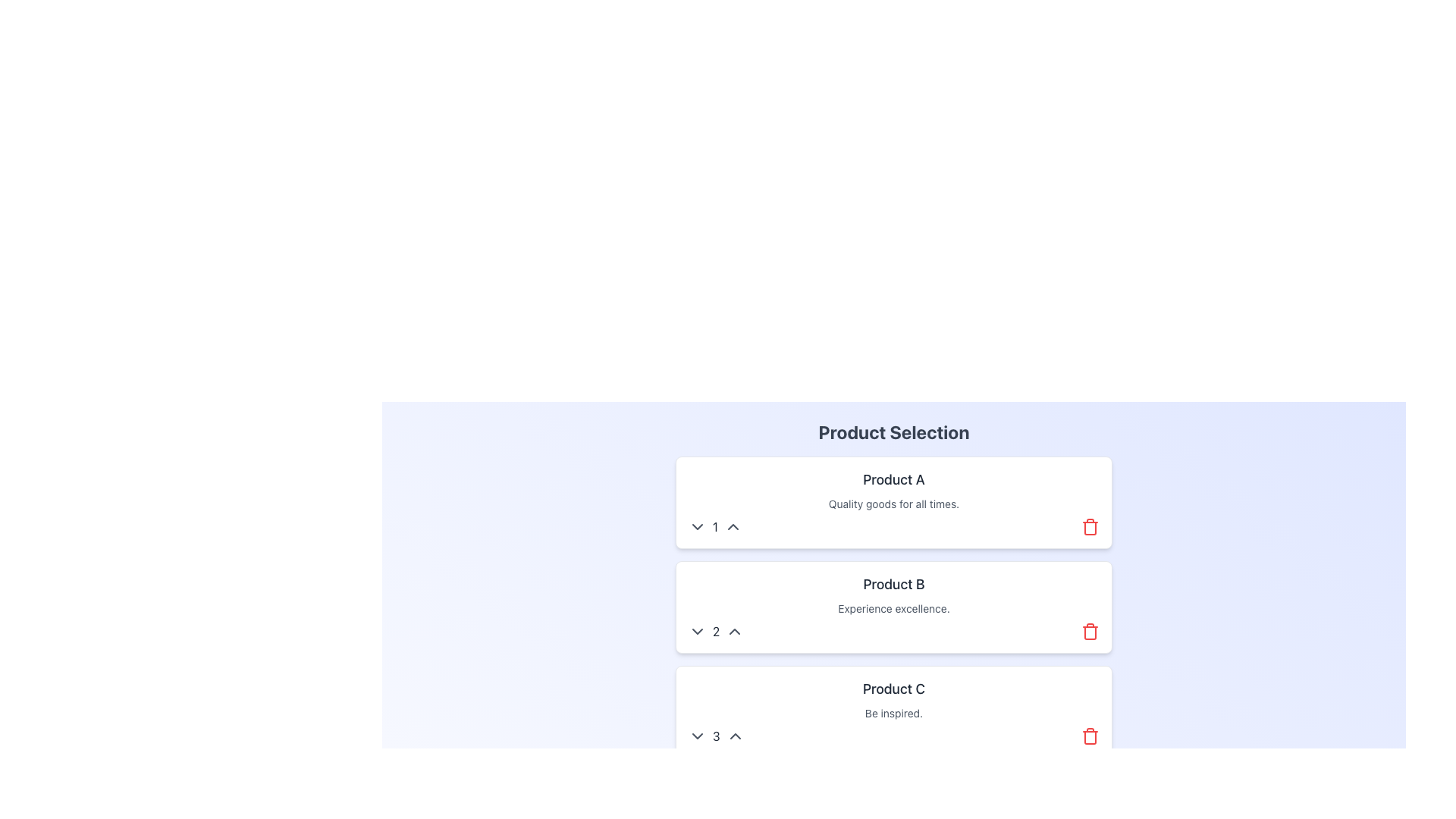  I want to click on the static text displaying 'Quality goods for all times.' which is styled as a subheading and located directly below 'Product A.', so click(894, 504).